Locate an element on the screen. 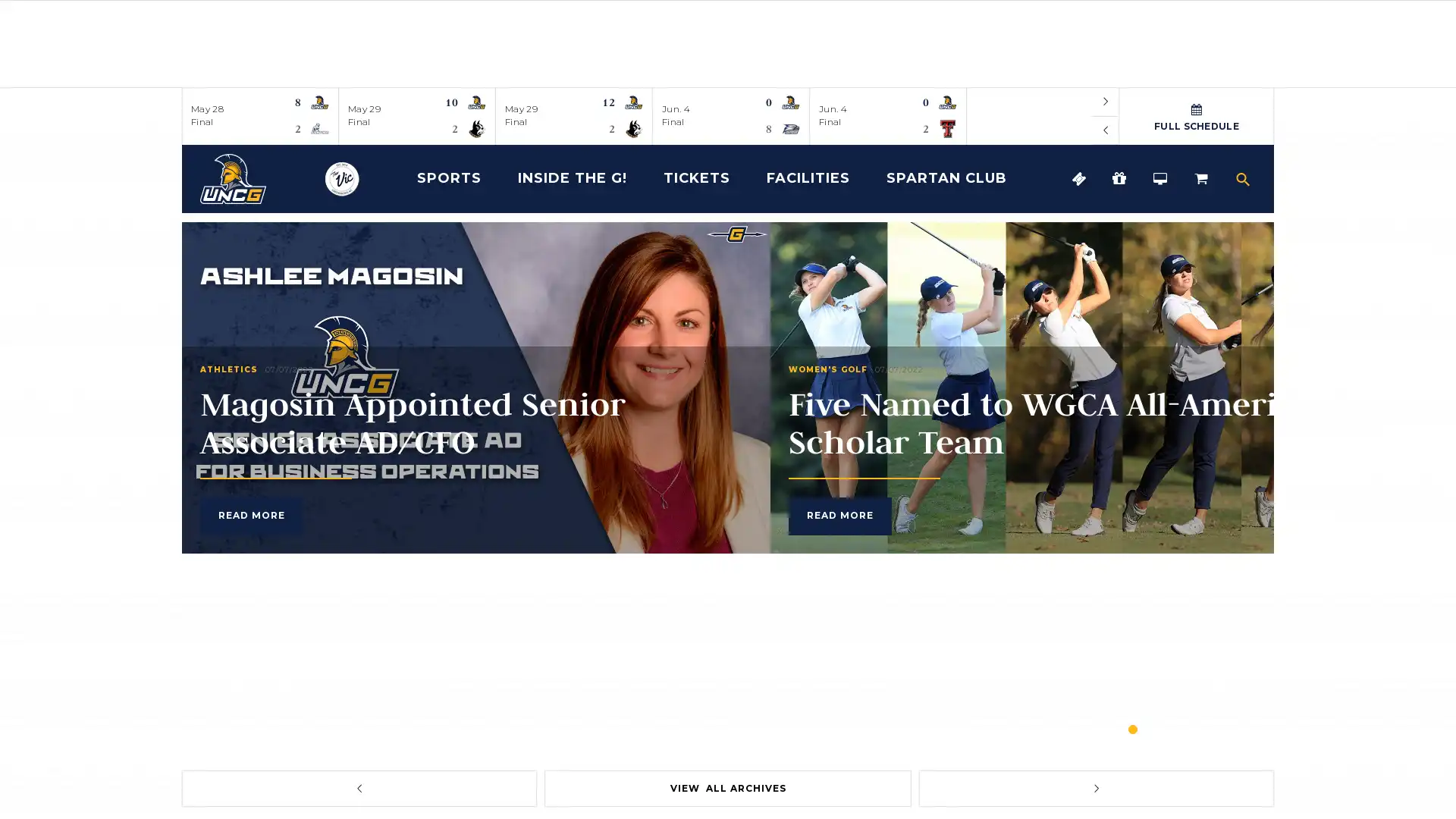 The width and height of the screenshot is (1456, 819). Navigate to slide 4 is located at coordinates (1215, 728).